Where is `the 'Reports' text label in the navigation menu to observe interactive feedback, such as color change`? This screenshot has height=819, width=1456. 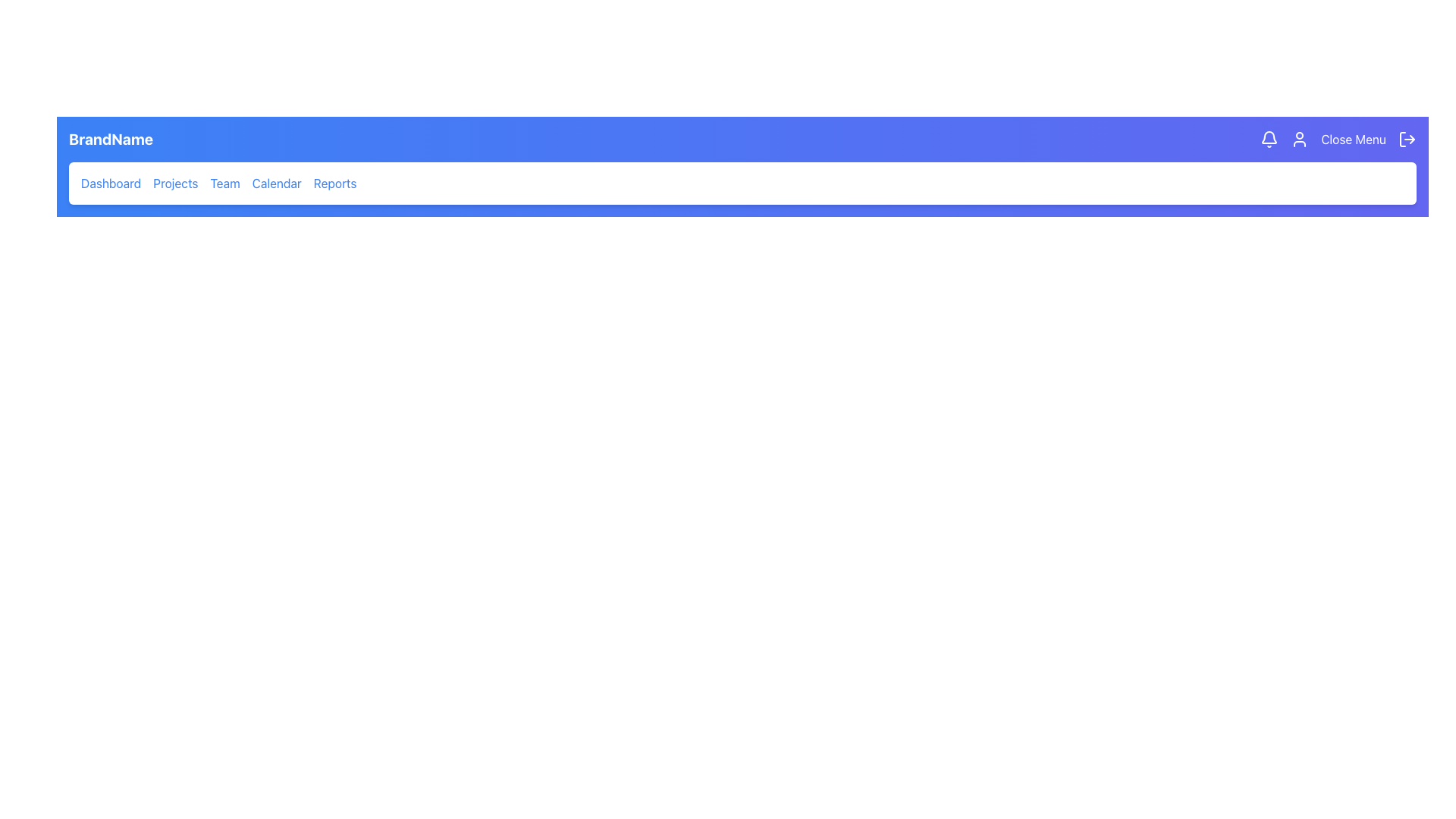
the 'Reports' text label in the navigation menu to observe interactive feedback, such as color change is located at coordinates (334, 183).